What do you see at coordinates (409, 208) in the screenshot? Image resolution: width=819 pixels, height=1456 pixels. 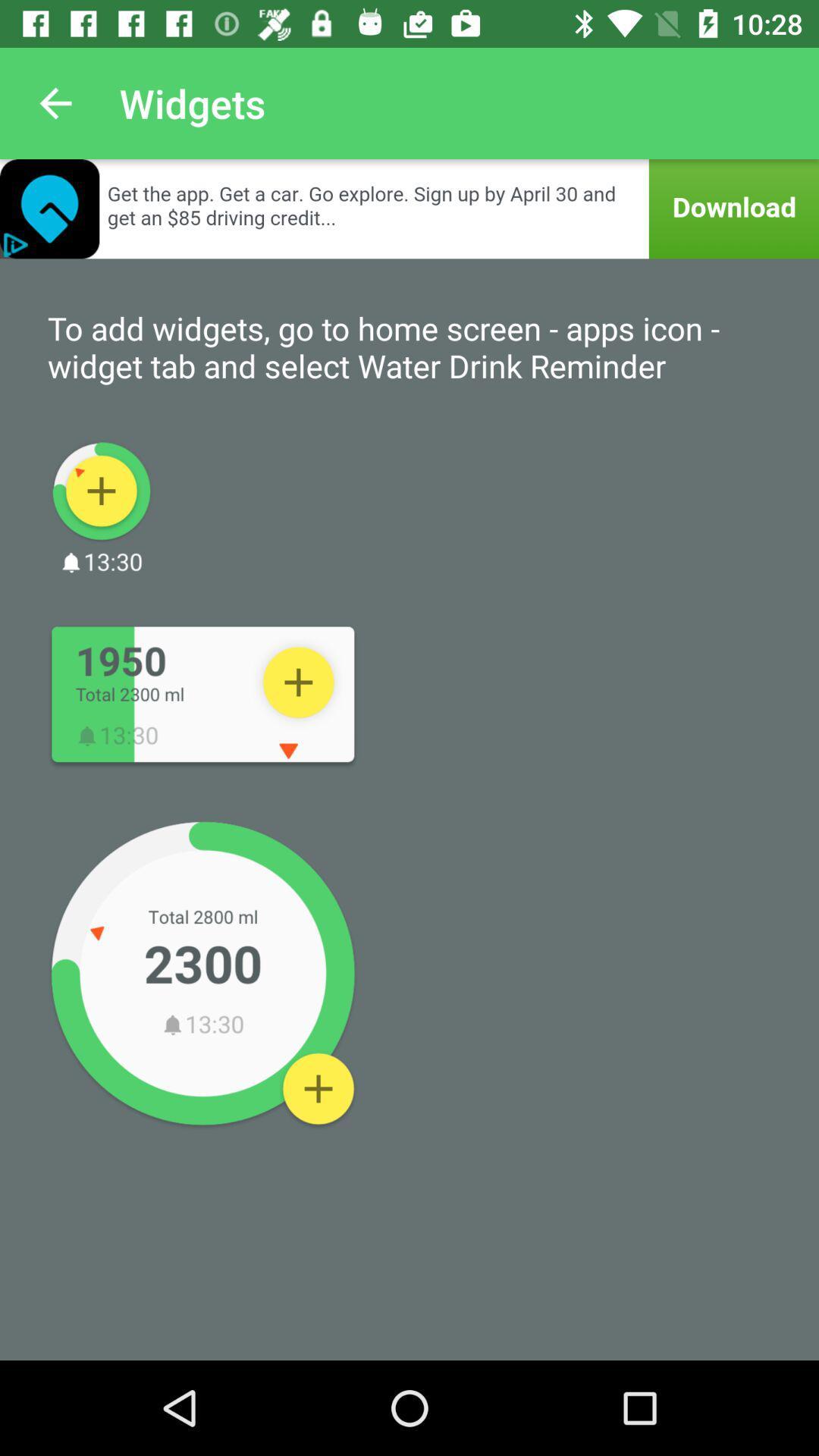 I see `download advertised app` at bounding box center [409, 208].